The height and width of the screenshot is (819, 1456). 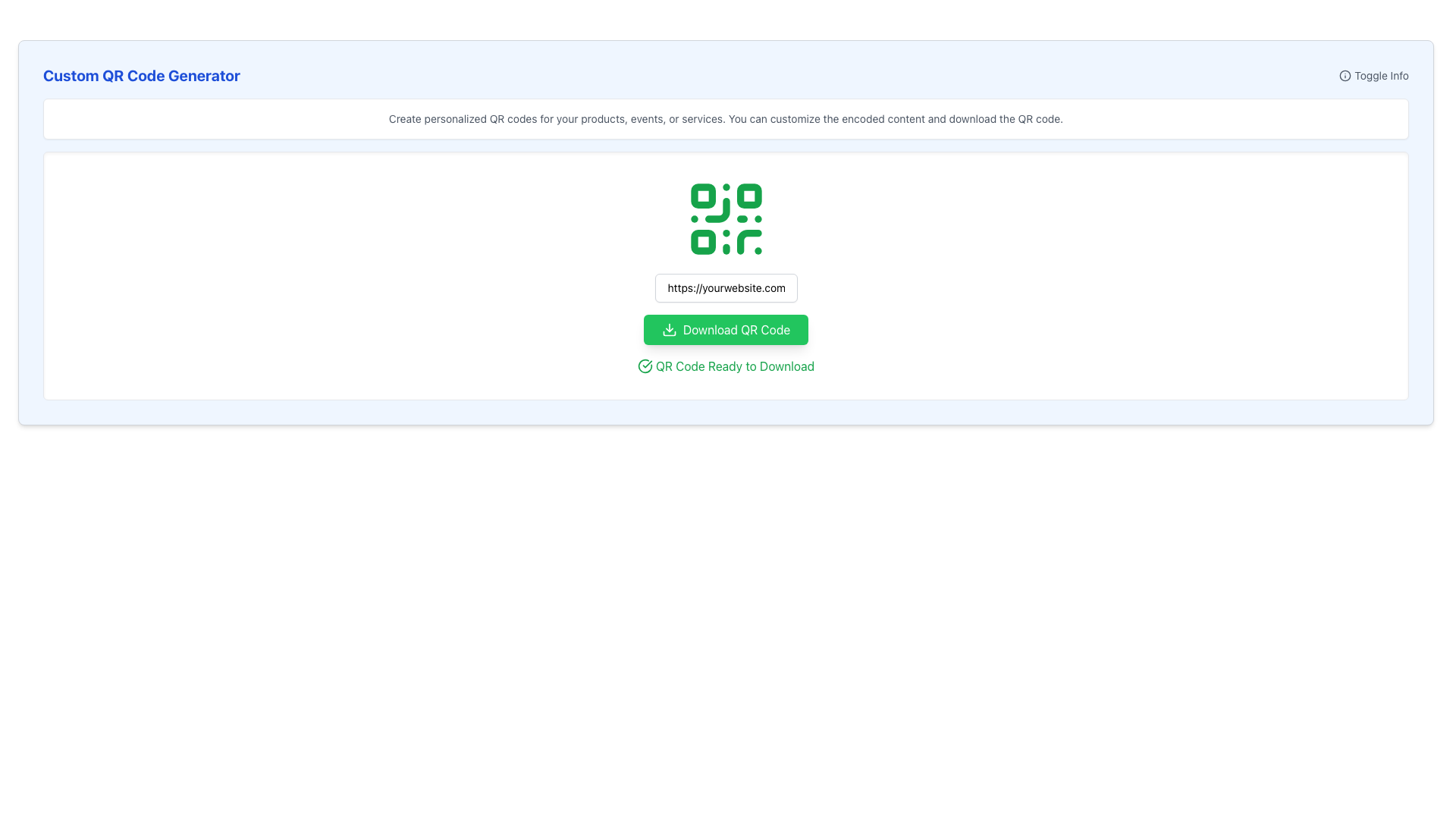 What do you see at coordinates (702, 241) in the screenshot?
I see `the third square component in the QR code structure located at the bottom-left corner of the QR code diagram` at bounding box center [702, 241].